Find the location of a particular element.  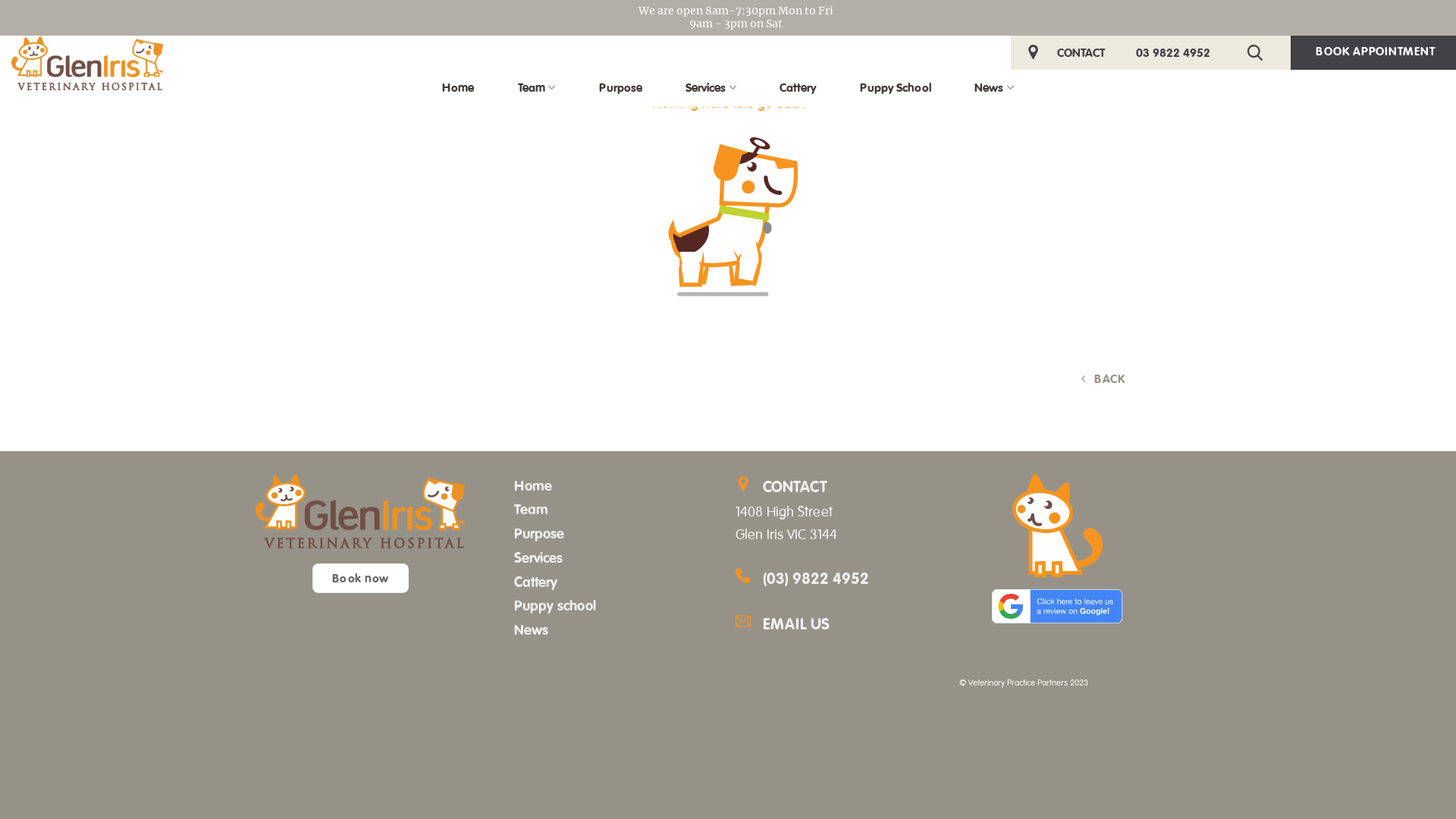

'Puppy school' is located at coordinates (554, 604).